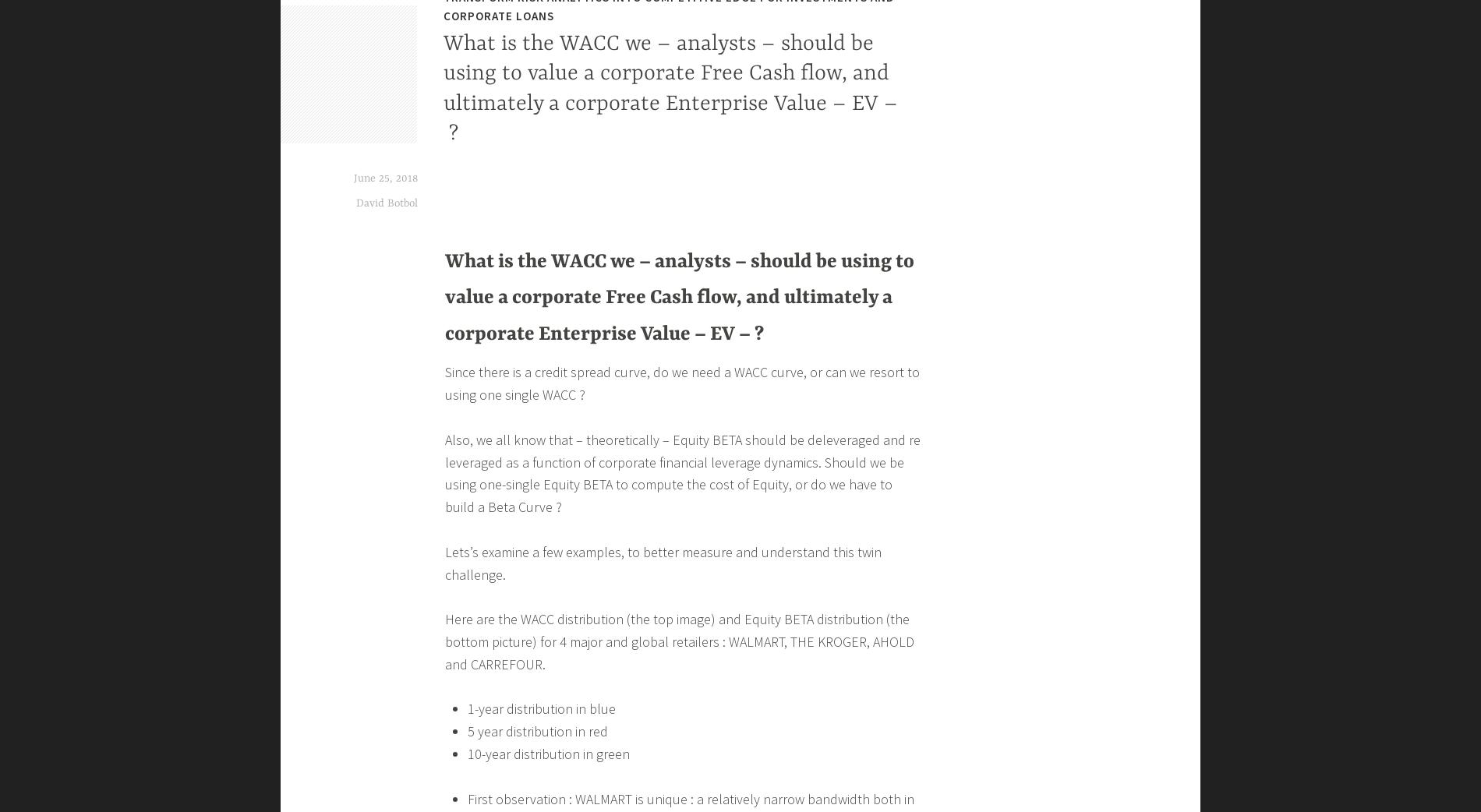 The height and width of the screenshot is (812, 1481). I want to click on 'Message', so click(471, 173).